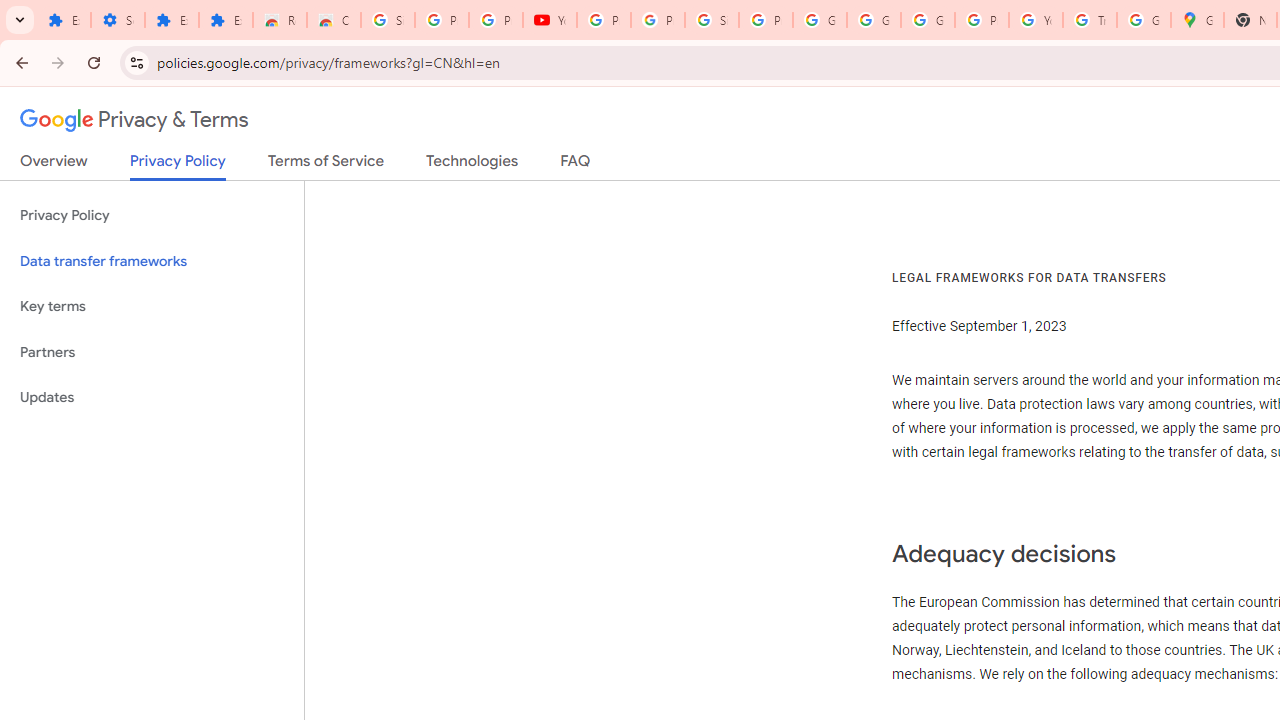 The image size is (1280, 720). I want to click on 'Google Account', so click(874, 20).